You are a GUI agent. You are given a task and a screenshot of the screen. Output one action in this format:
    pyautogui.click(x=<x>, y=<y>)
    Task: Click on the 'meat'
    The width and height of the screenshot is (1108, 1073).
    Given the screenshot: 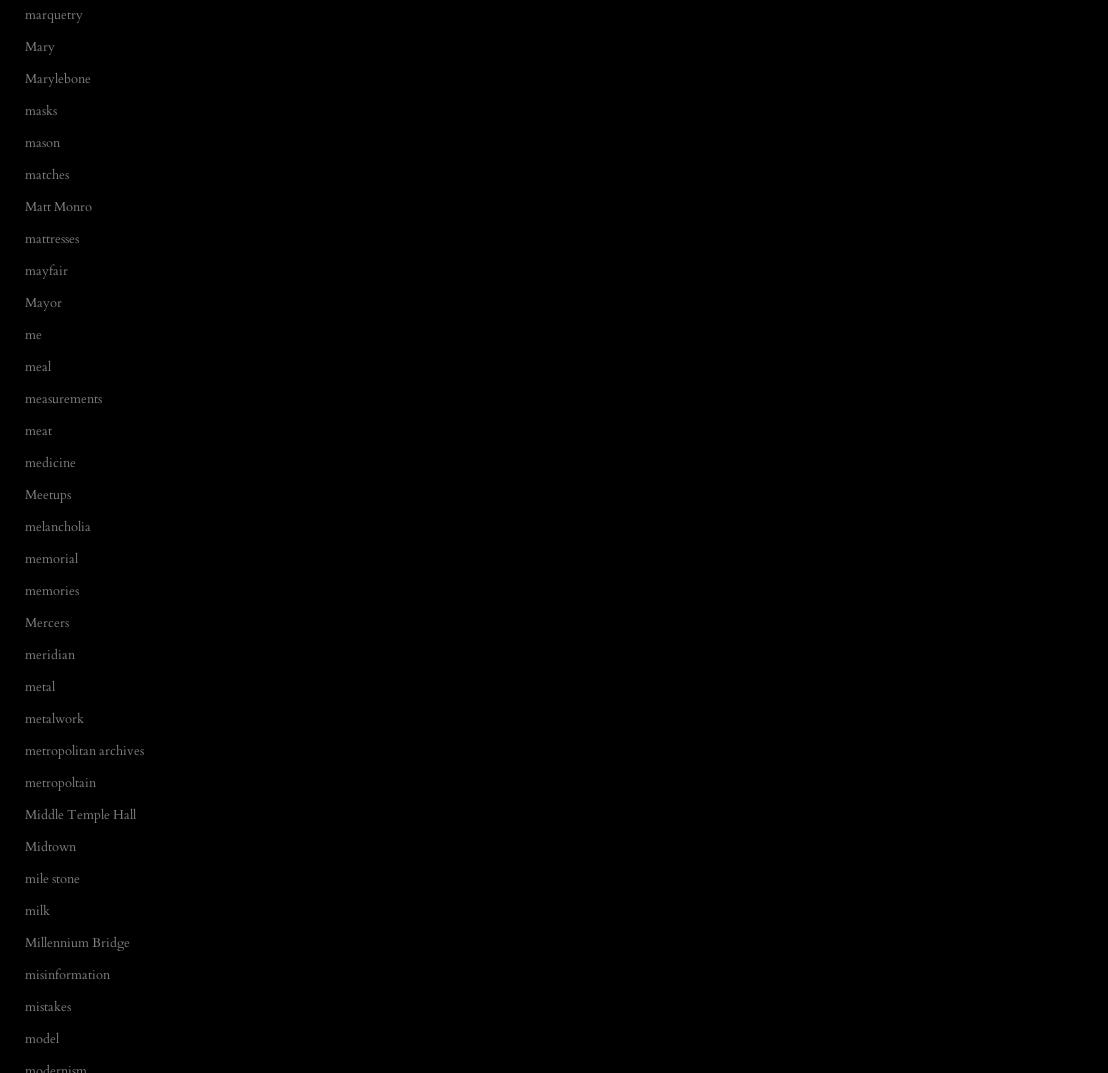 What is the action you would take?
    pyautogui.click(x=38, y=429)
    